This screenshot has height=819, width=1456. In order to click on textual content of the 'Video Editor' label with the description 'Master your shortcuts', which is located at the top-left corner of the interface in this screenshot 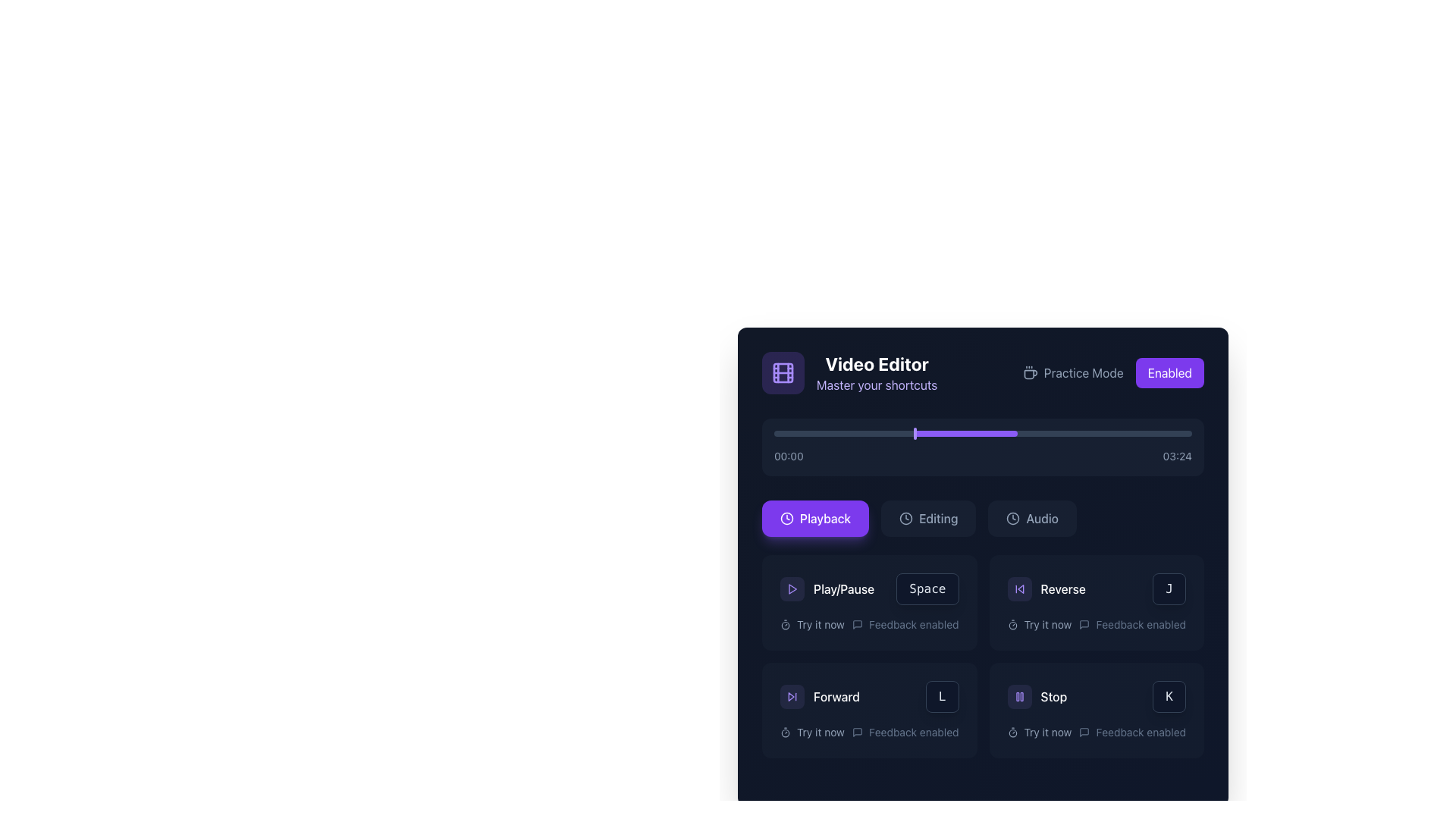, I will do `click(849, 373)`.